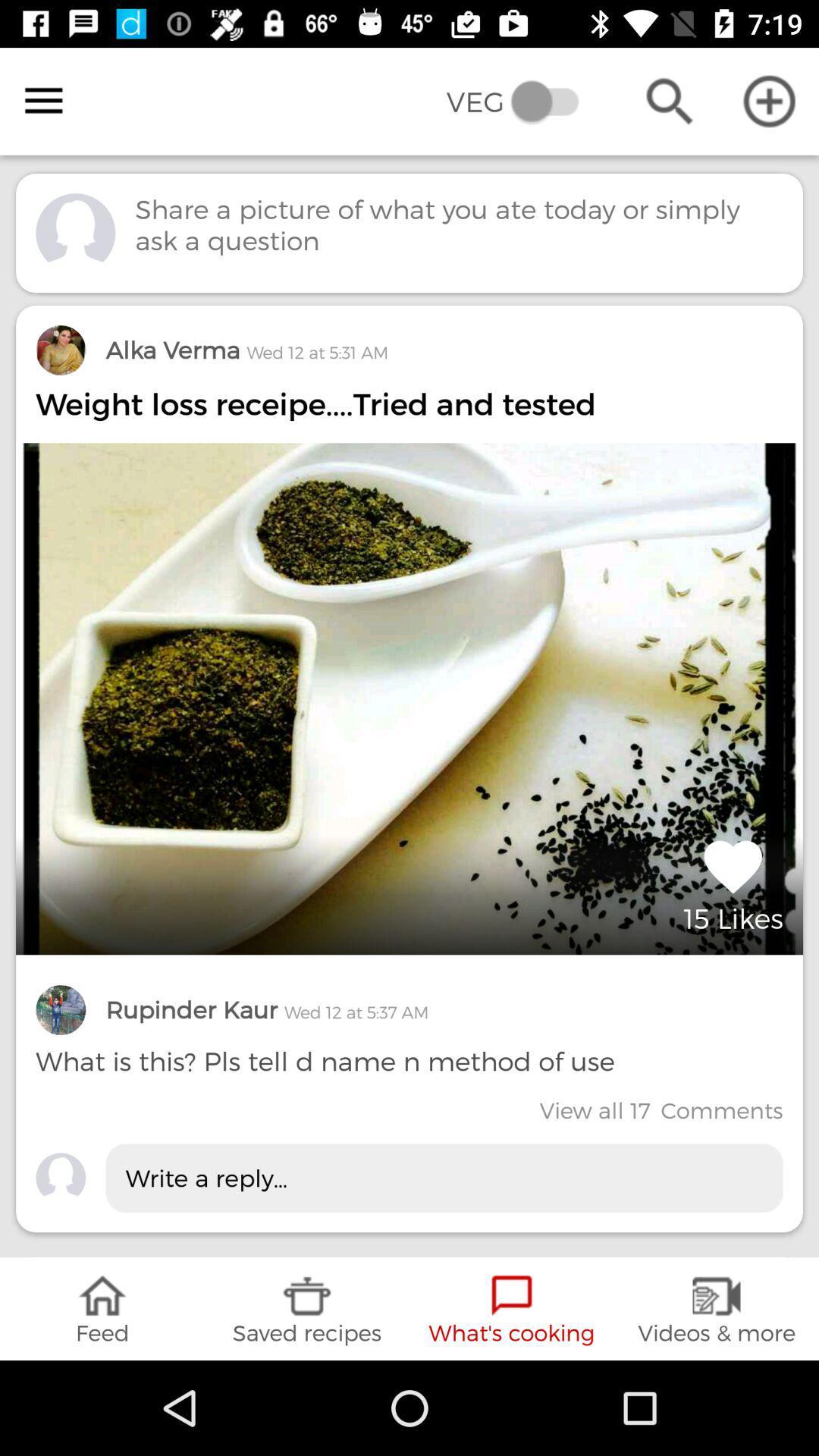 Image resolution: width=819 pixels, height=1456 pixels. Describe the element at coordinates (246, 349) in the screenshot. I see `item below the share a picture icon` at that location.